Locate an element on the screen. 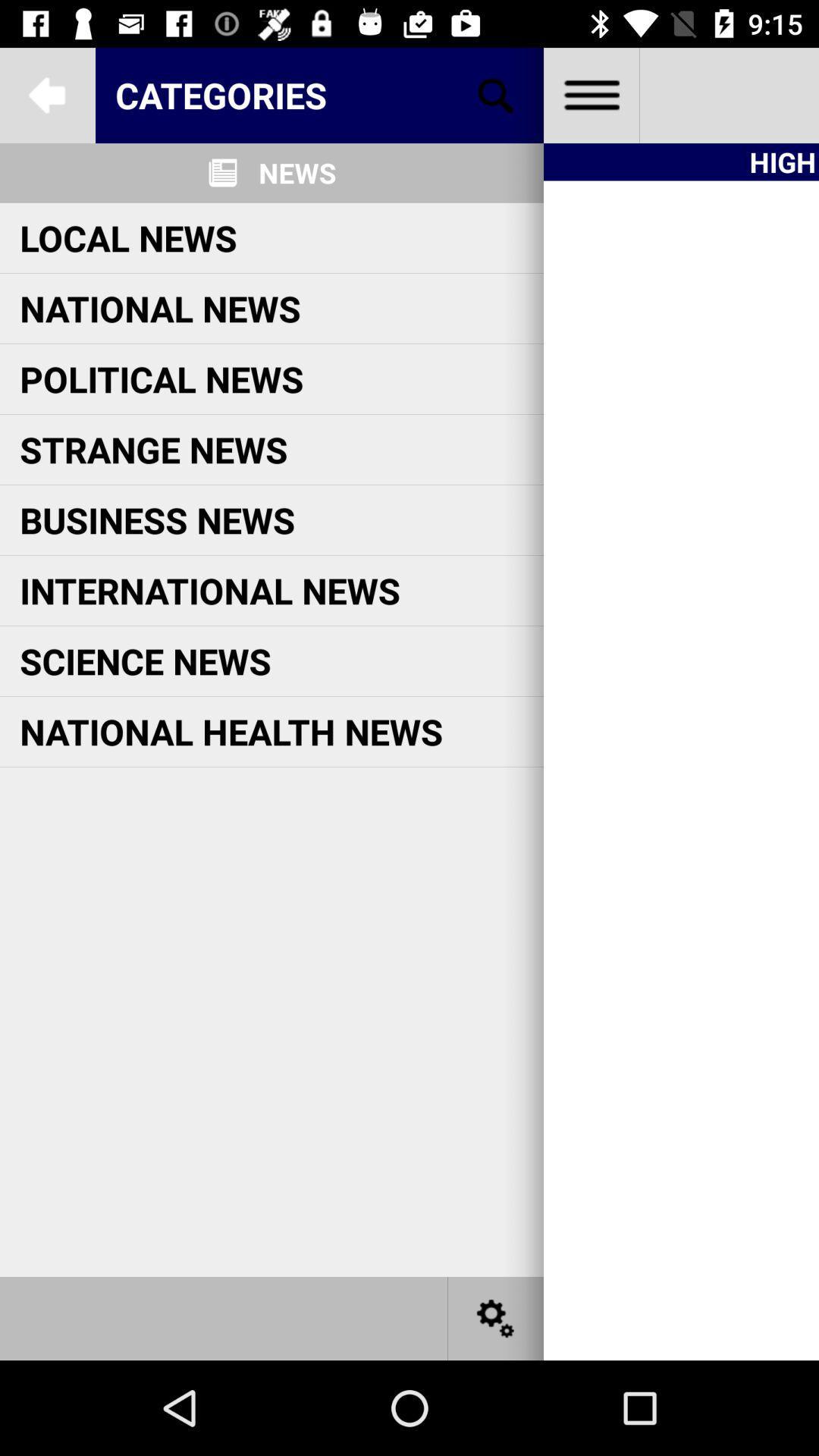 The width and height of the screenshot is (819, 1456). all files is located at coordinates (590, 94).